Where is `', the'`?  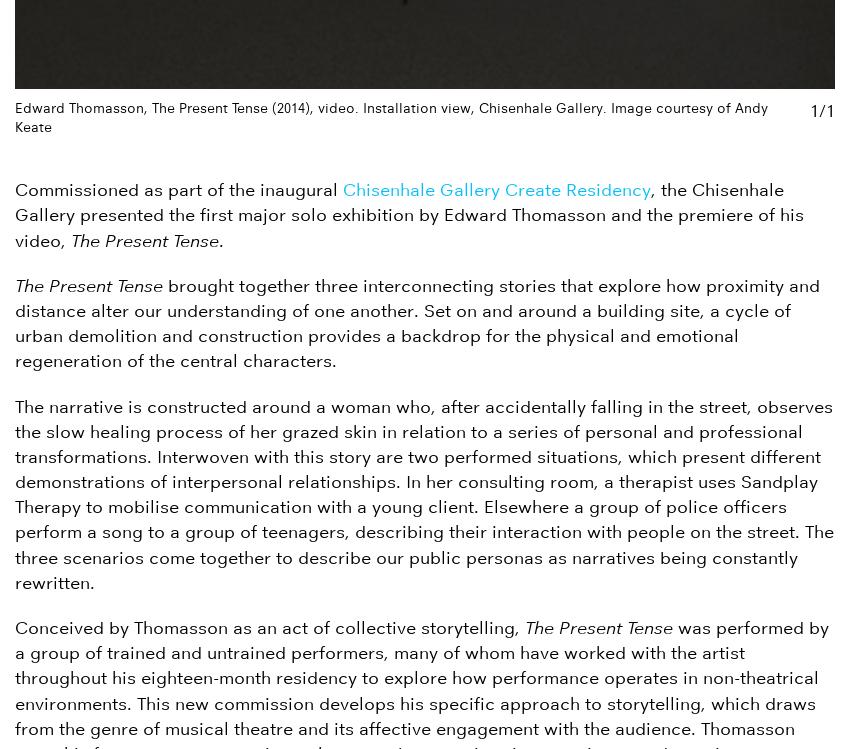
', the' is located at coordinates (671, 189).